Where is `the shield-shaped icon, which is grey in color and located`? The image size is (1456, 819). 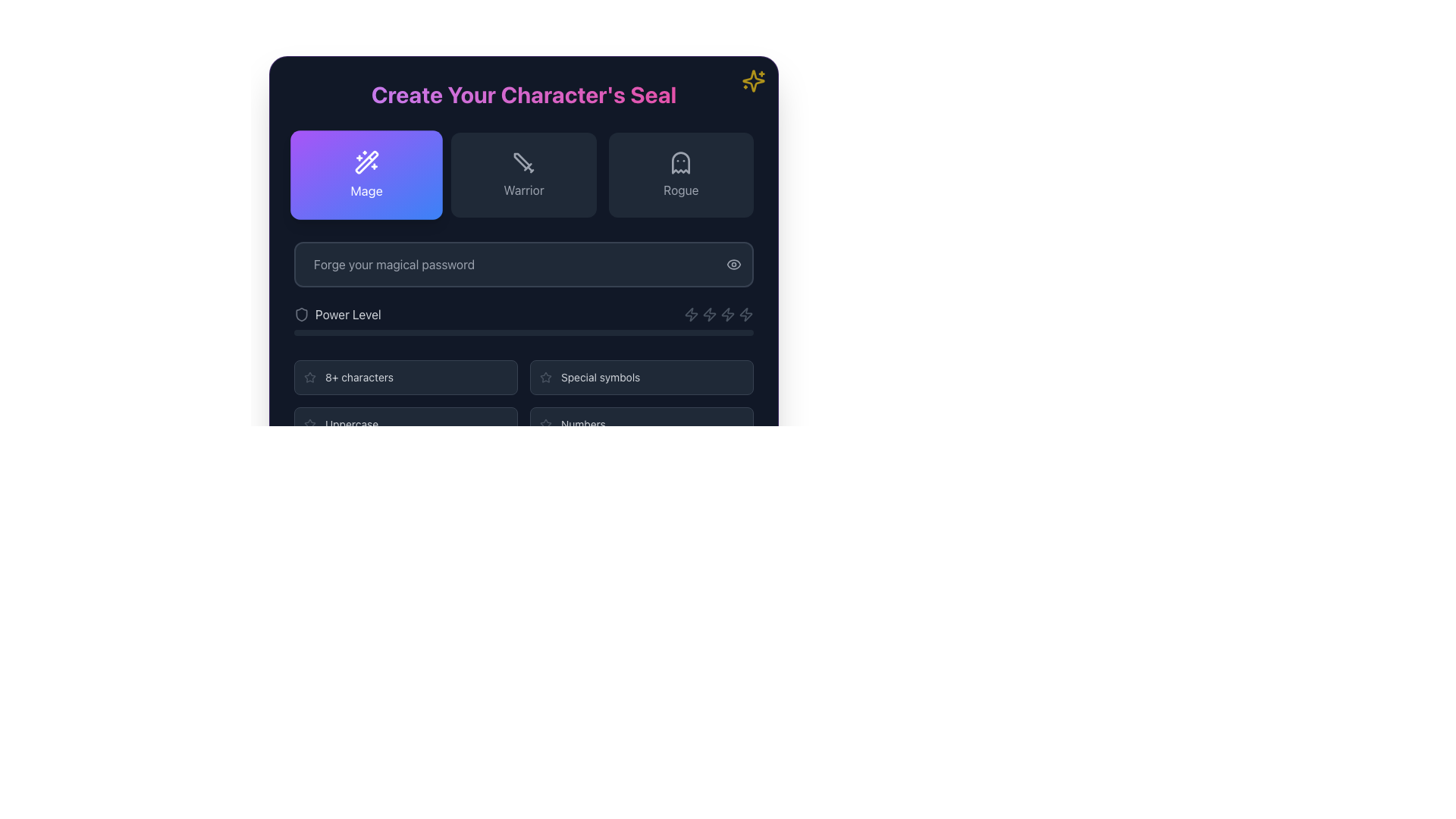 the shield-shaped icon, which is grey in color and located is located at coordinates (302, 314).